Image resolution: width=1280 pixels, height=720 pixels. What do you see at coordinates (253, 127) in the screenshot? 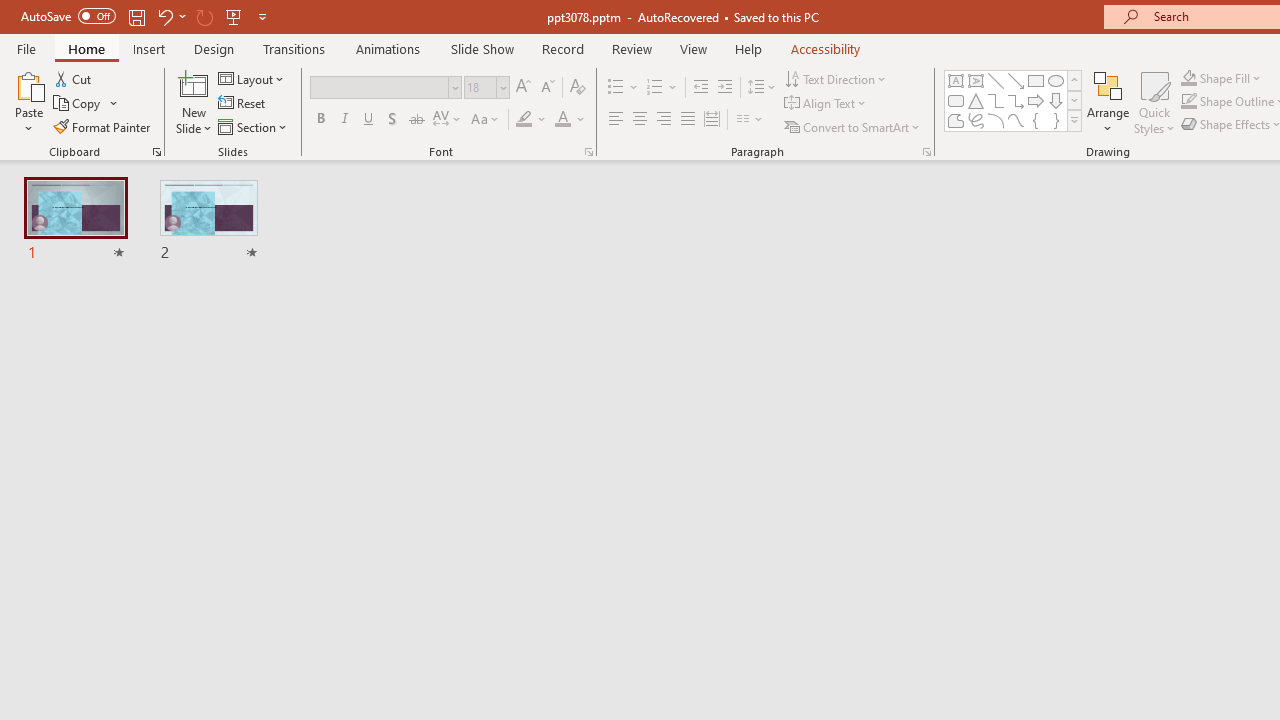
I see `'Section'` at bounding box center [253, 127].